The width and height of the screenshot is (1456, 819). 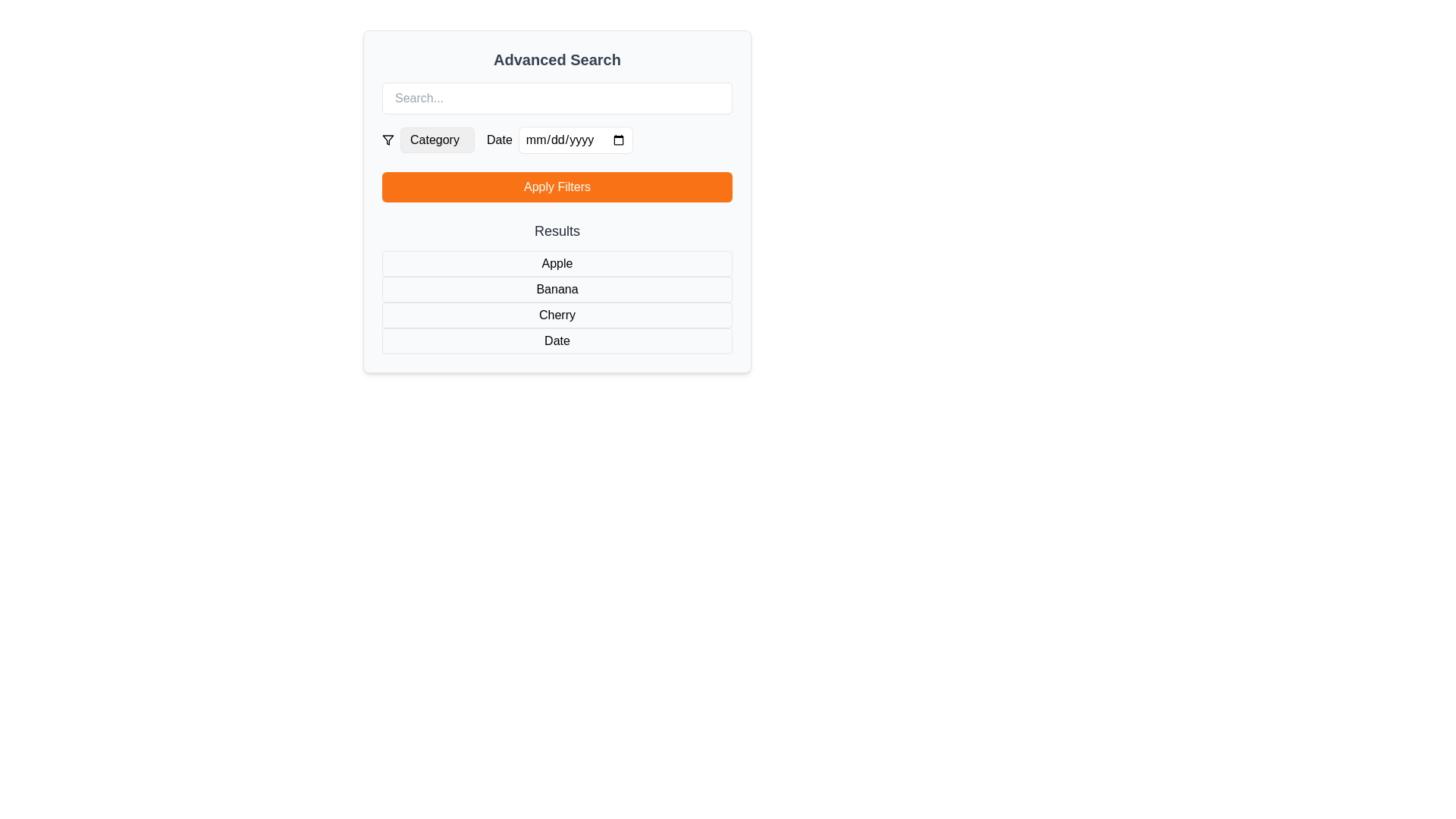 I want to click on the 'Category' dropdown menu located in the upper section of the panel, so click(x=428, y=140).